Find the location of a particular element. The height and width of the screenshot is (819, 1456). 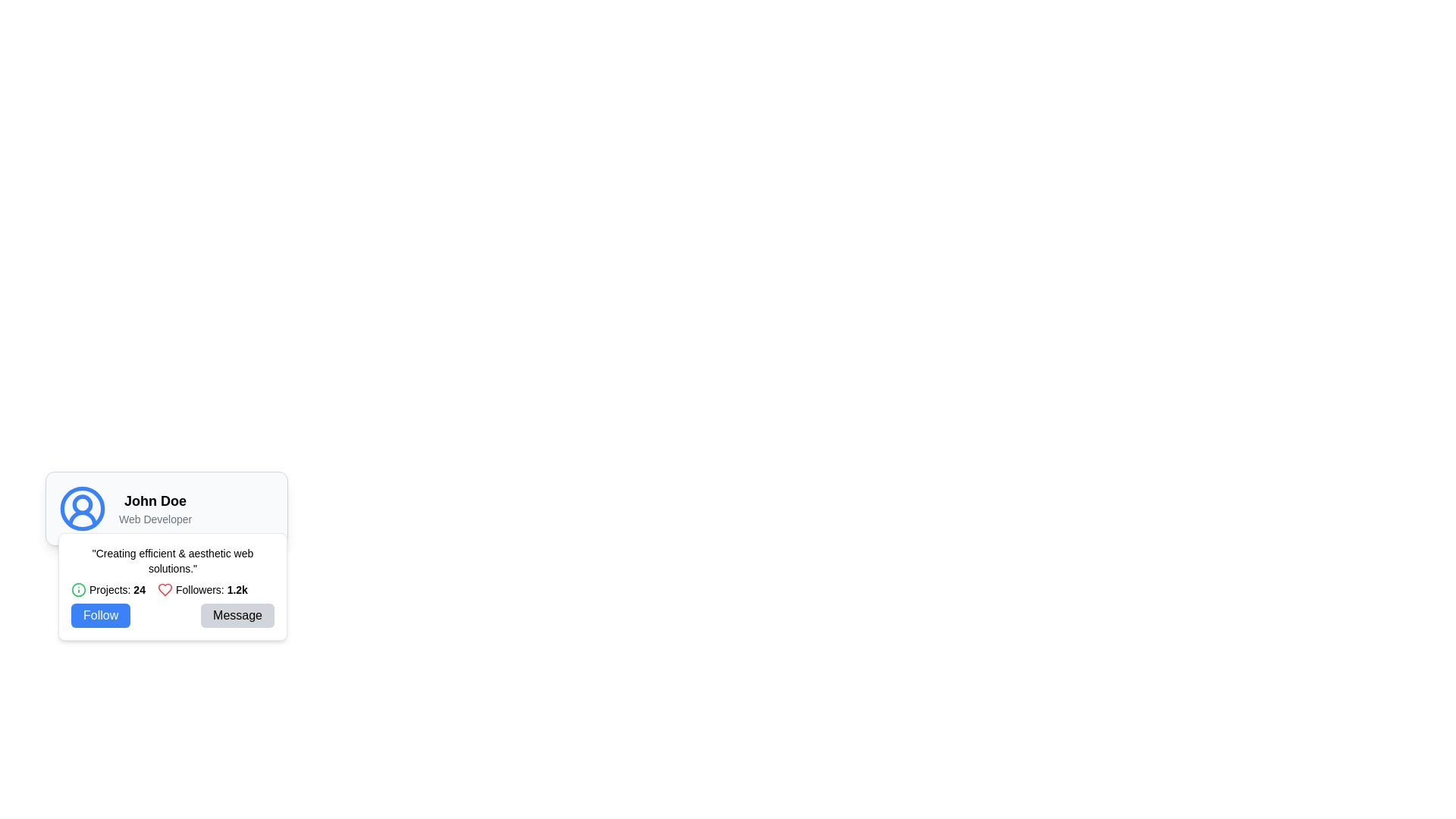

text content of the Statistical label displaying 'Projects: 24', which is located in the lower left section of the user information card, next to an icon and above the 'Followers' label is located at coordinates (116, 589).